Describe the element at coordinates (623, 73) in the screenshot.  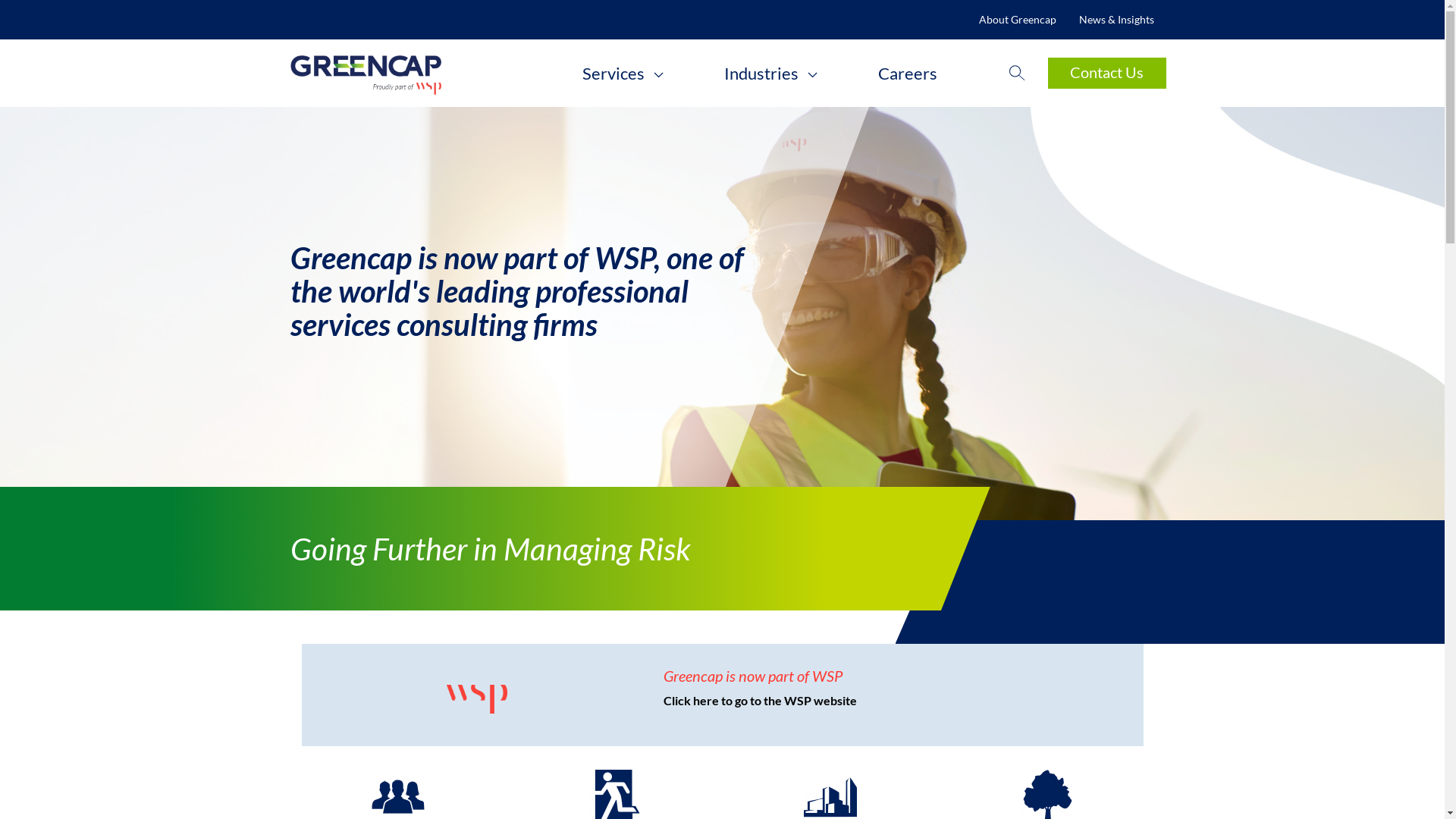
I see `'Services'` at that location.